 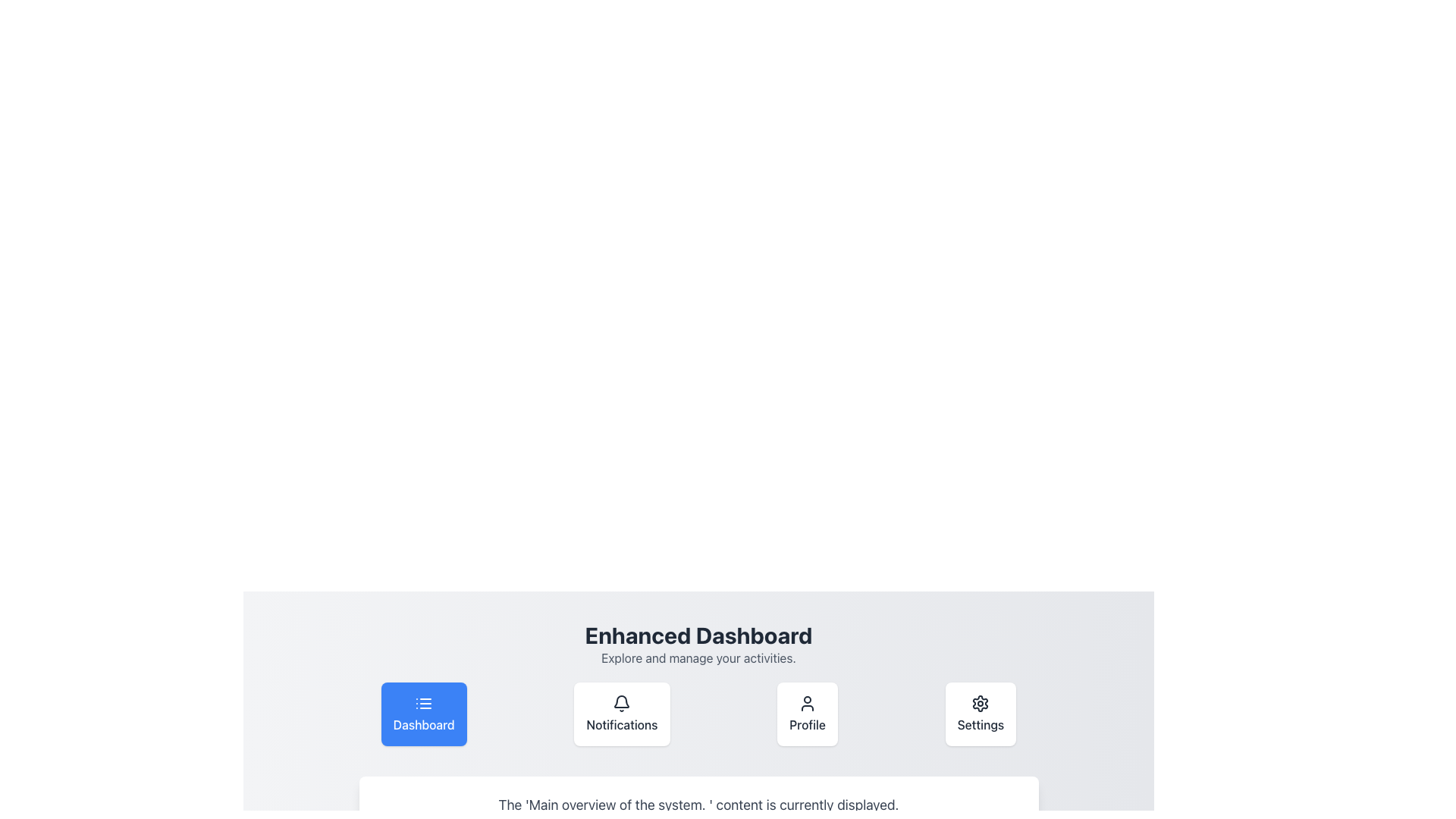 What do you see at coordinates (622, 714) in the screenshot?
I see `the notifications button located in the middle-right of the row of buttons below the 'Enhanced Dashboard' header` at bounding box center [622, 714].